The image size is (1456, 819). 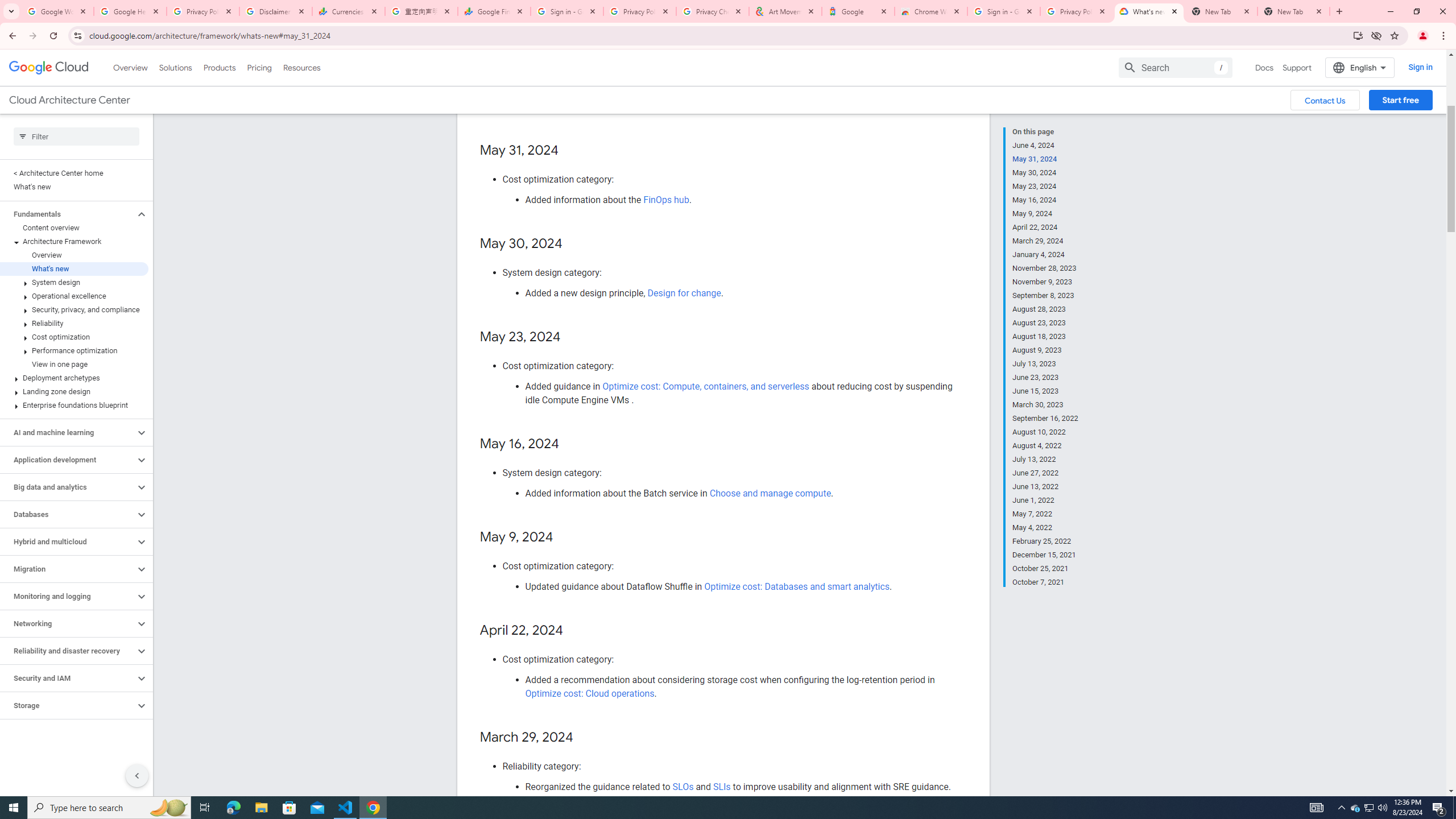 What do you see at coordinates (573, 243) in the screenshot?
I see `'Copy link to this section: May 30, 2024'` at bounding box center [573, 243].